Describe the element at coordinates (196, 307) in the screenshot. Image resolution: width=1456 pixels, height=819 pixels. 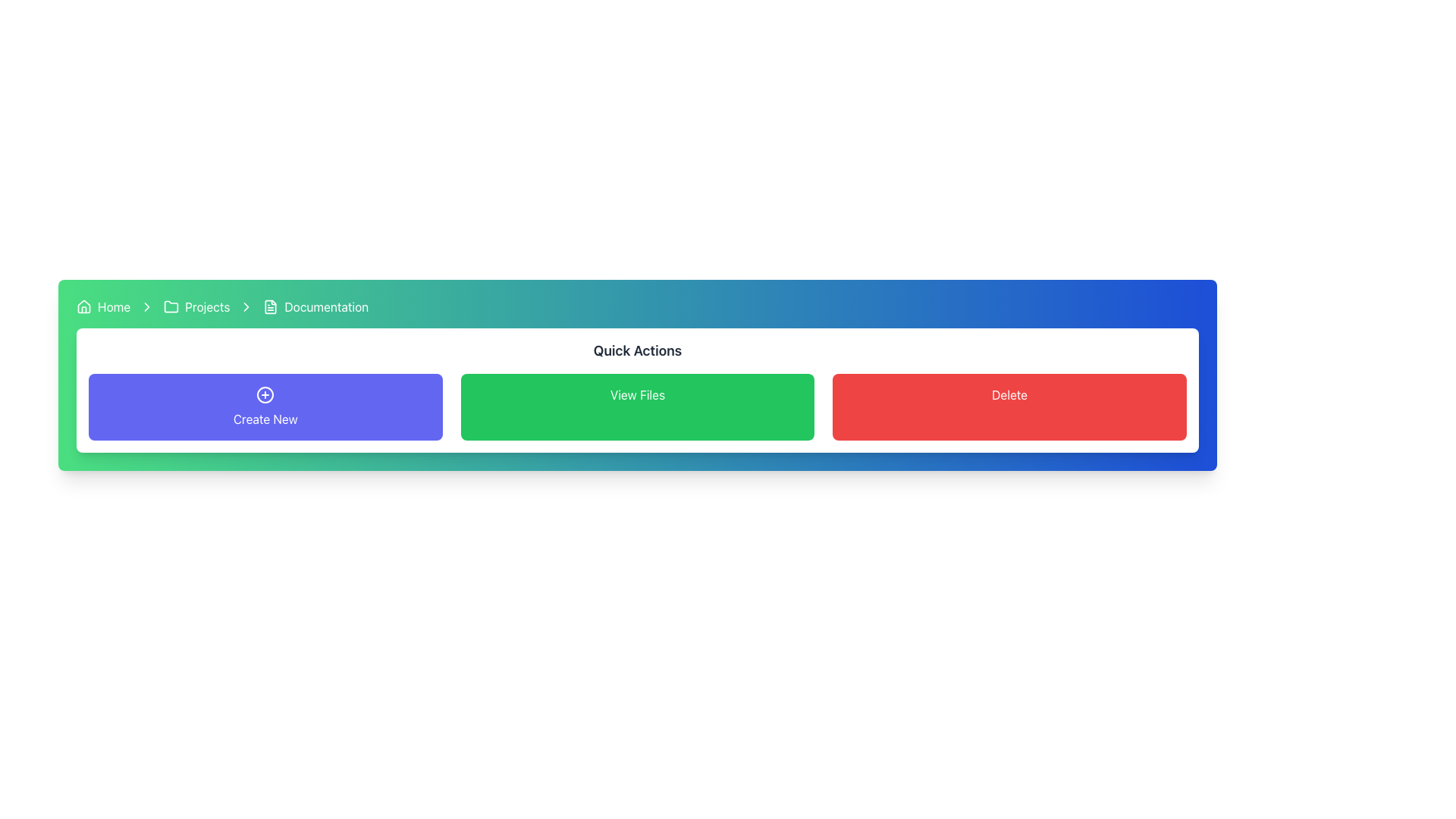
I see `the 'Projects' breadcrumb navigational link, which is the second item in the breadcrumb navigation bar, visually distinguished by its folder icon and sans-serif text, aligned horizontally with 'Home' and 'Documentation'` at that location.